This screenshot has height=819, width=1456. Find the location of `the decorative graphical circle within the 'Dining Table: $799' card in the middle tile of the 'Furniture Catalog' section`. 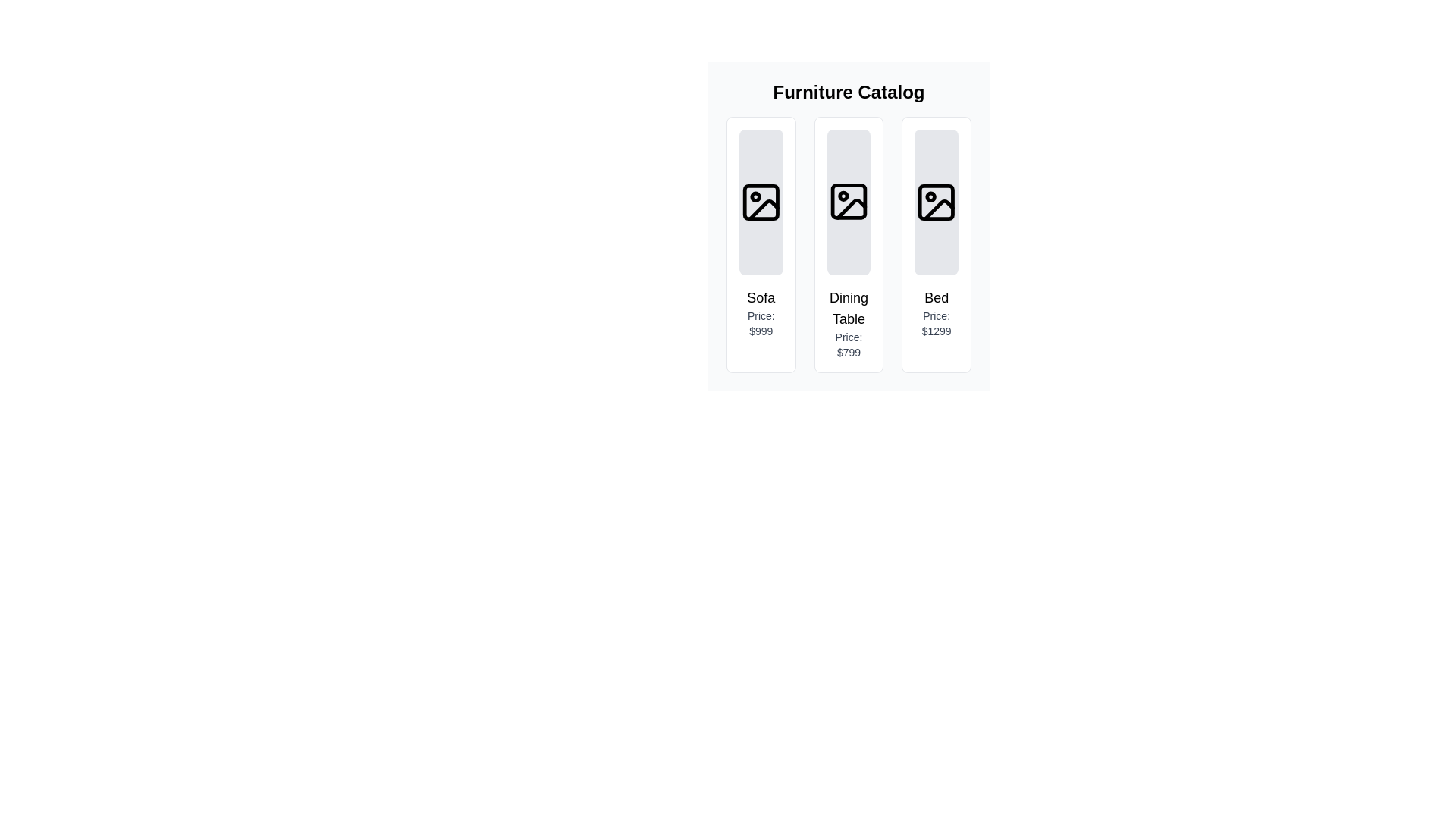

the decorative graphical circle within the 'Dining Table: $799' card in the middle tile of the 'Furniture Catalog' section is located at coordinates (843, 196).